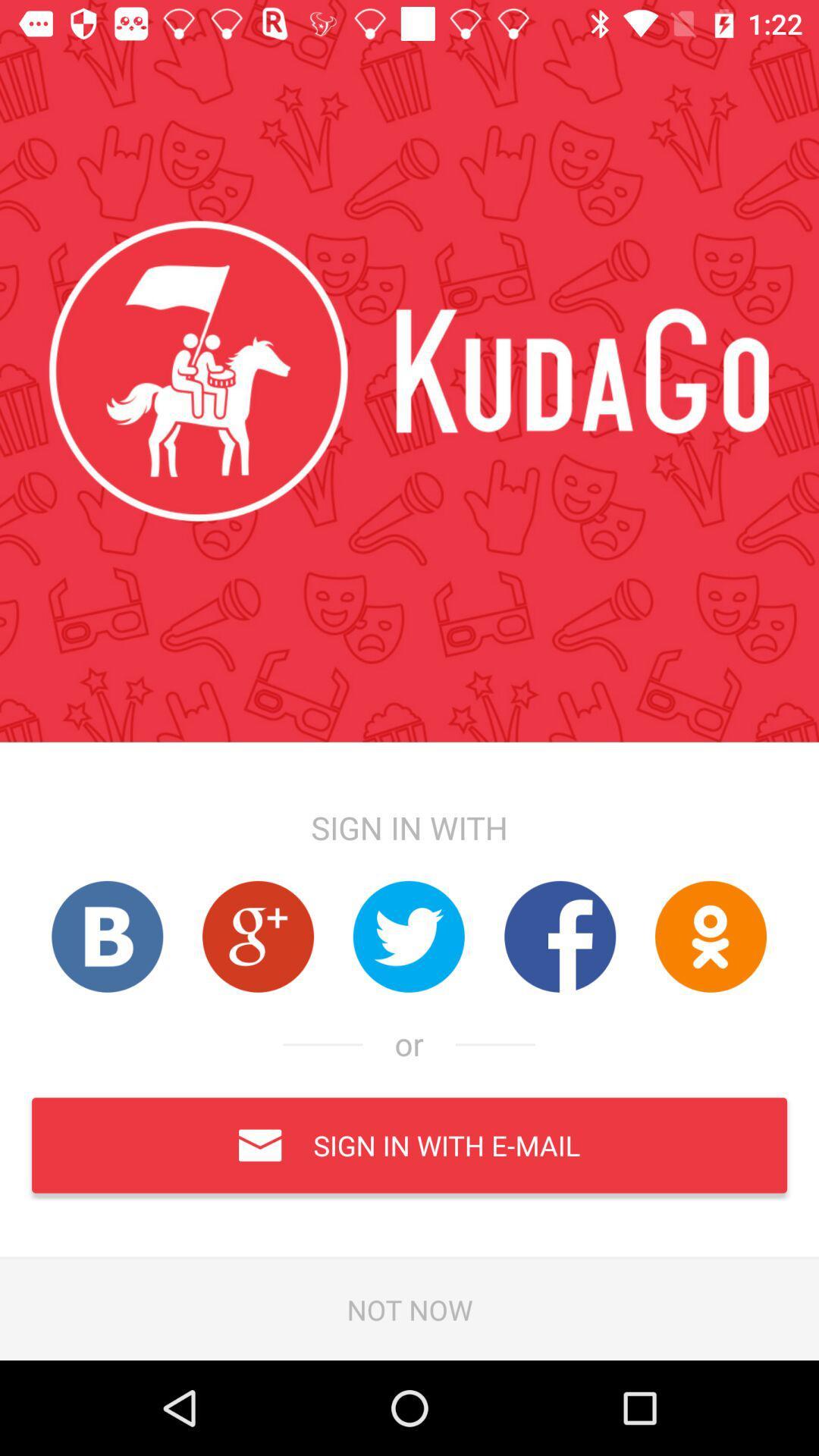  Describe the element at coordinates (408, 936) in the screenshot. I see `twitter link` at that location.